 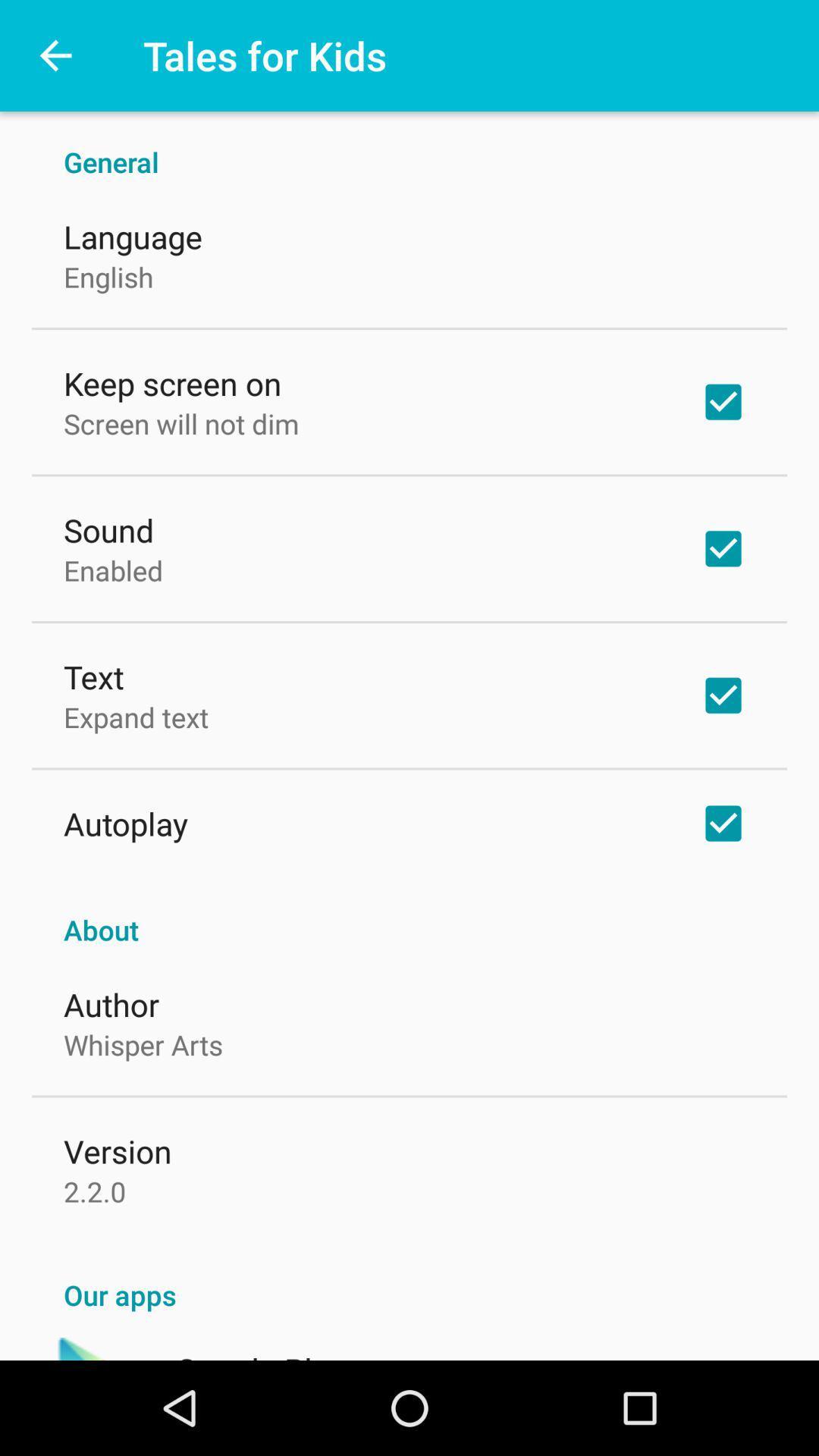 What do you see at coordinates (409, 1278) in the screenshot?
I see `the our apps` at bounding box center [409, 1278].